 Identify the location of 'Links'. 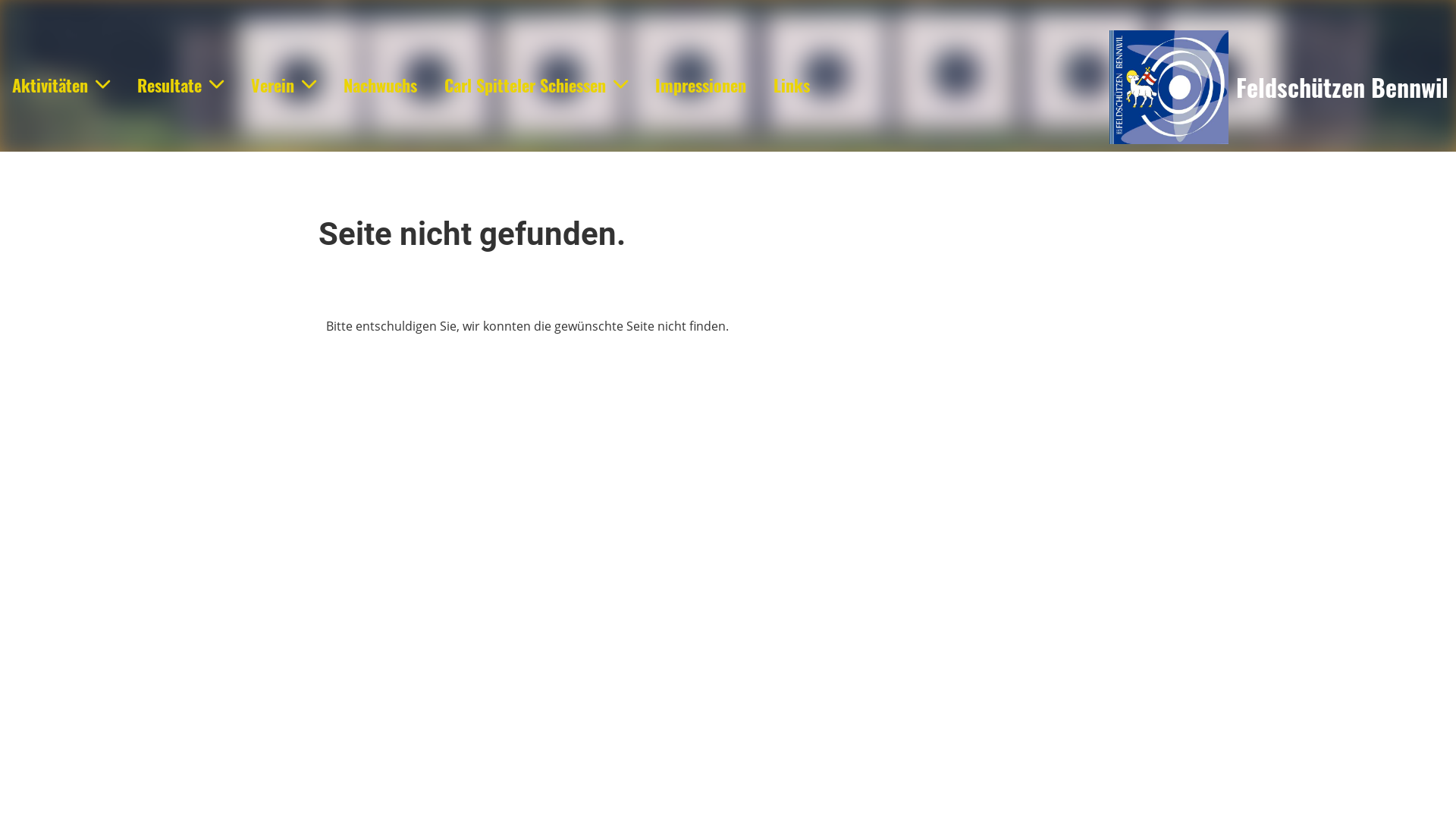
(790, 85).